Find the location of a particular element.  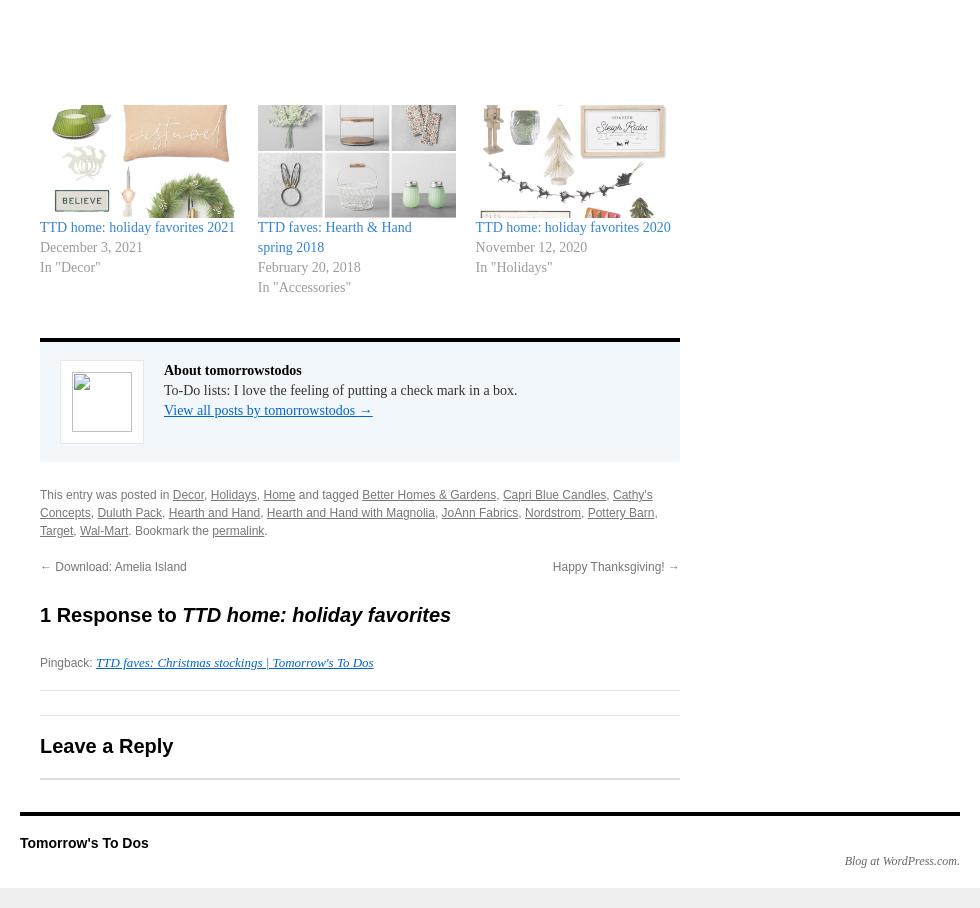

'Pingback:' is located at coordinates (68, 662).